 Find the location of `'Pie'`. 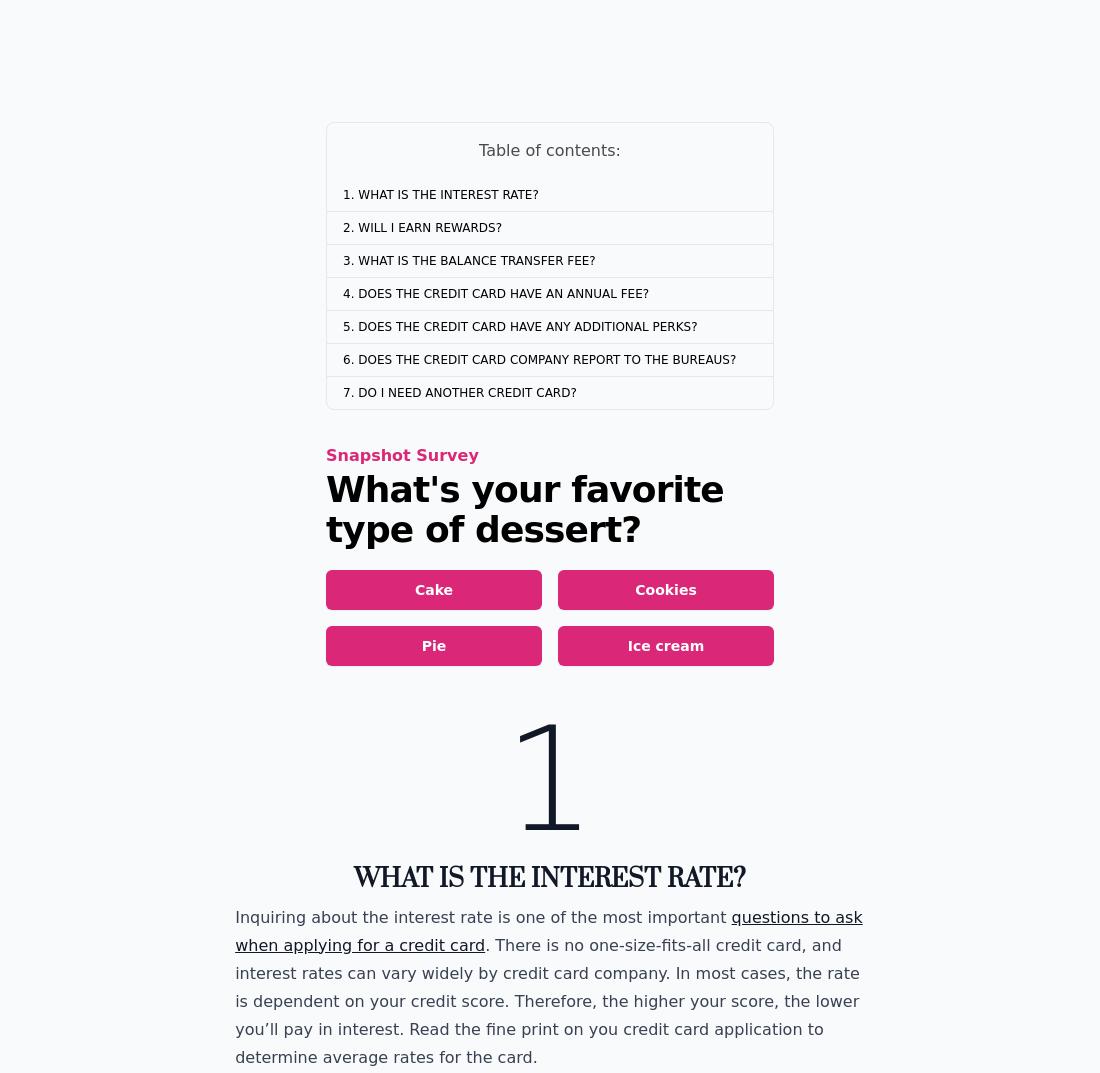

'Pie' is located at coordinates (432, 645).